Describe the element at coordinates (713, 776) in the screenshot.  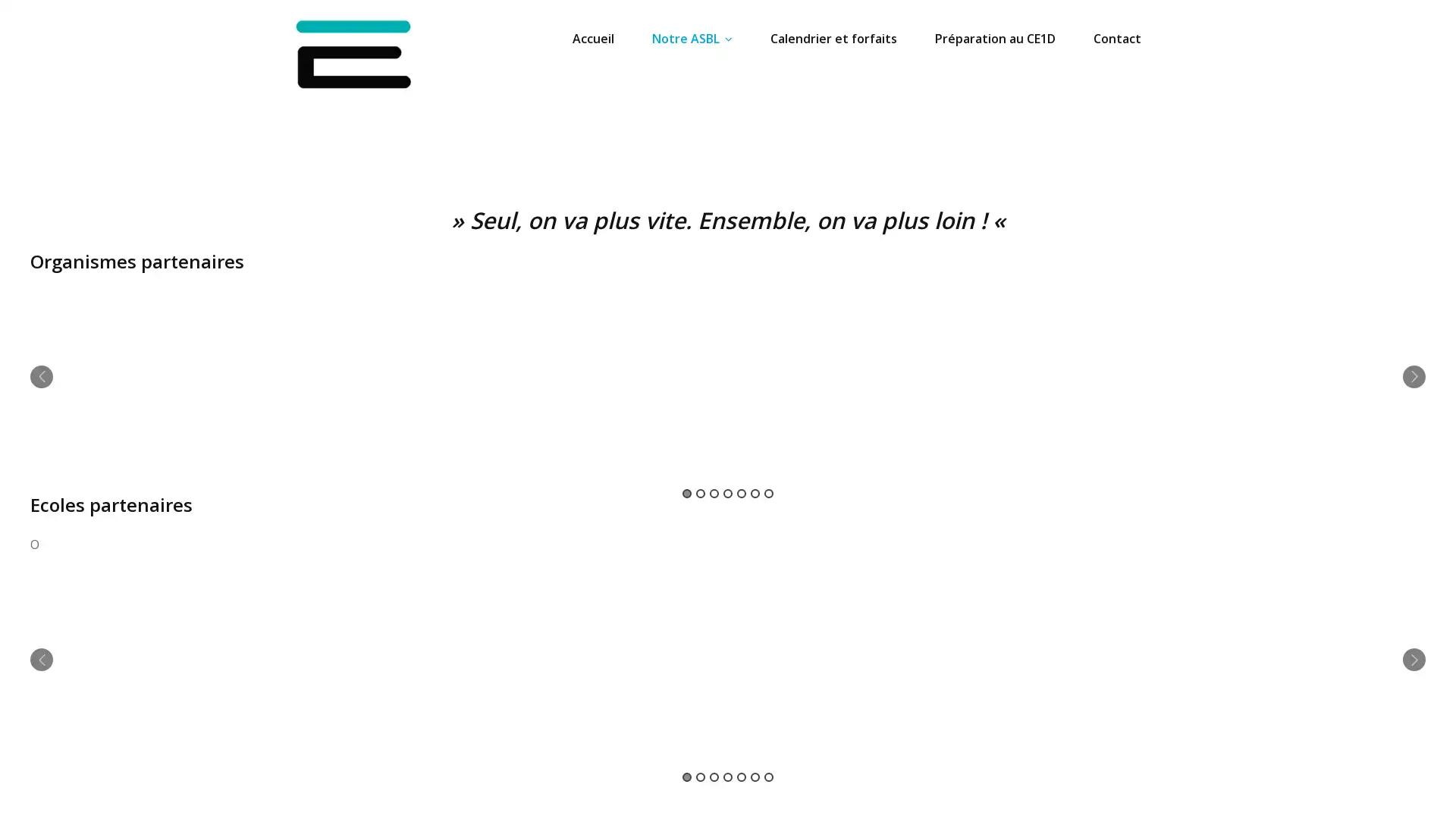
I see `3` at that location.